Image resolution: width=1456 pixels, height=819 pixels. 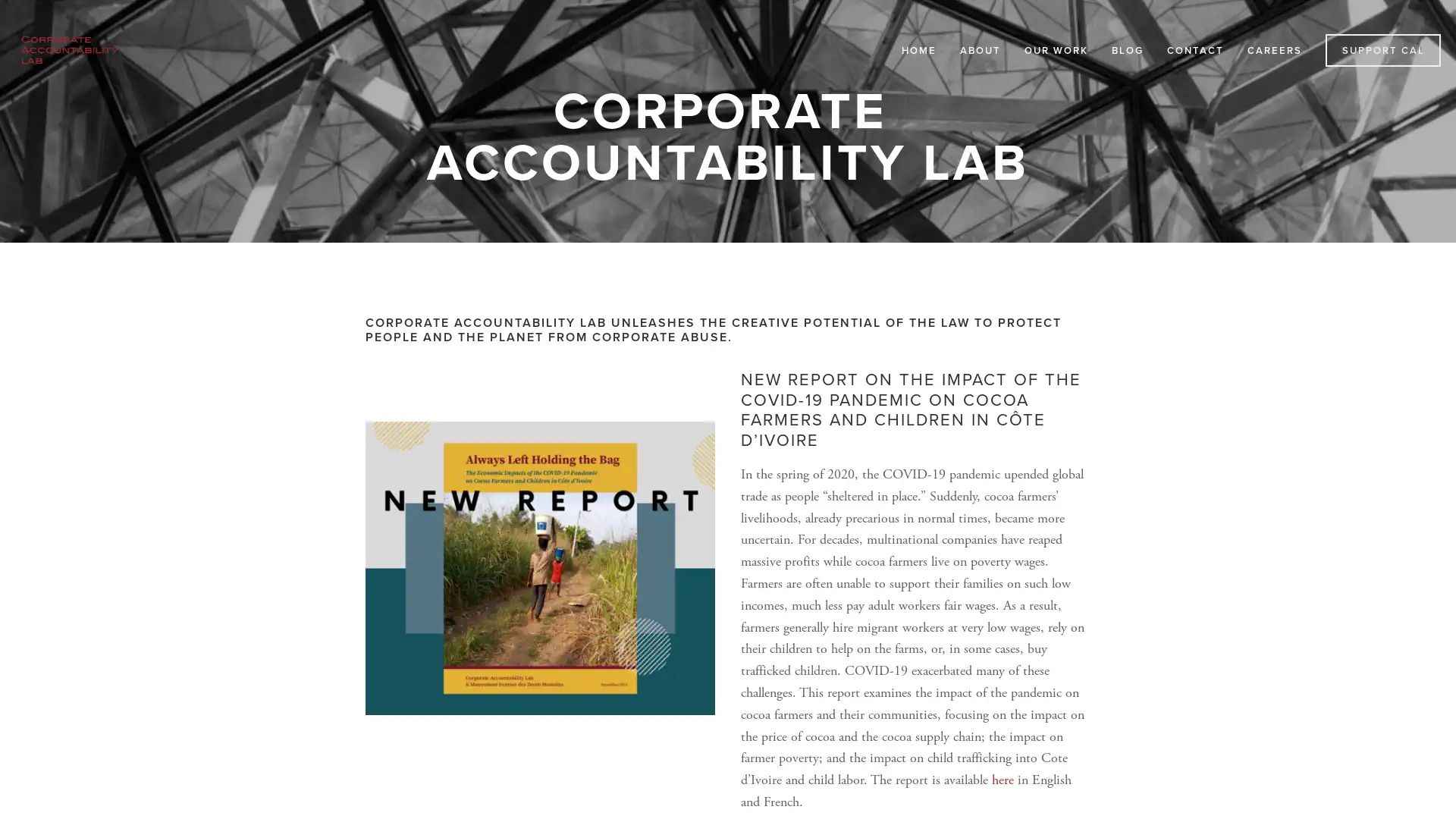 What do you see at coordinates (944, 240) in the screenshot?
I see `Close` at bounding box center [944, 240].